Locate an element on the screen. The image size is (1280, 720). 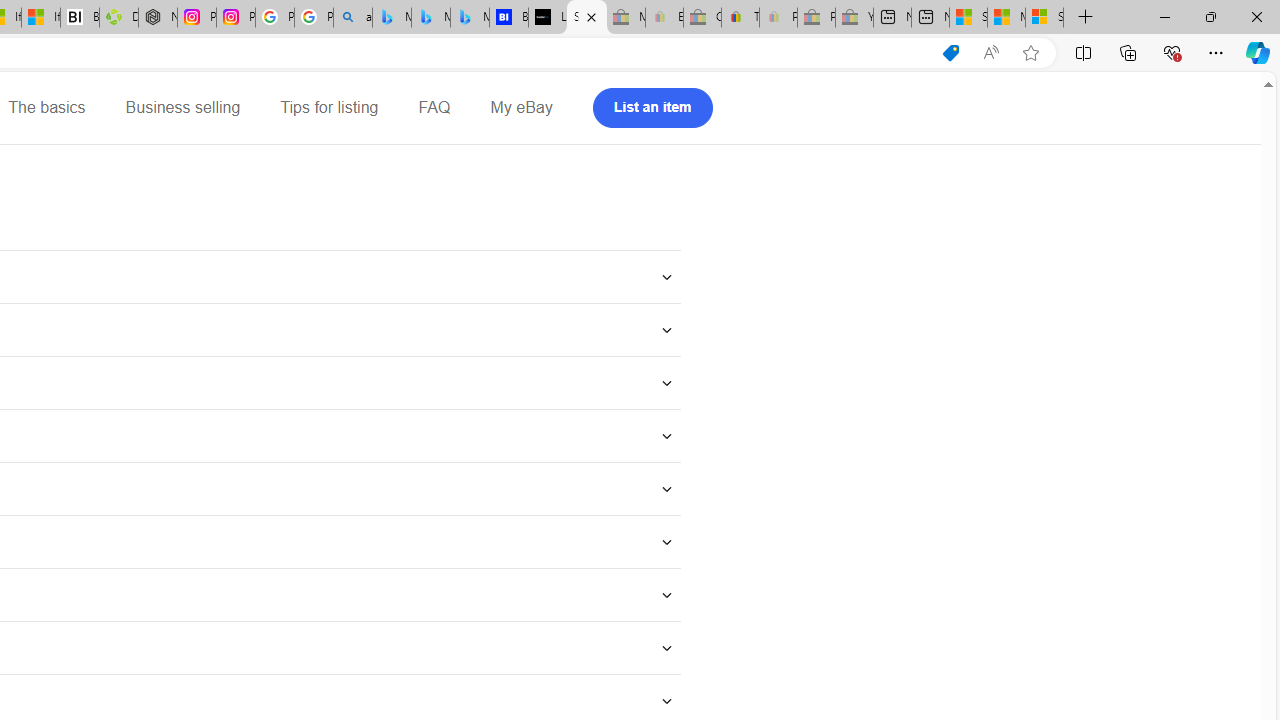
'Nordace - Nordace Edin Collection' is located at coordinates (157, 17).